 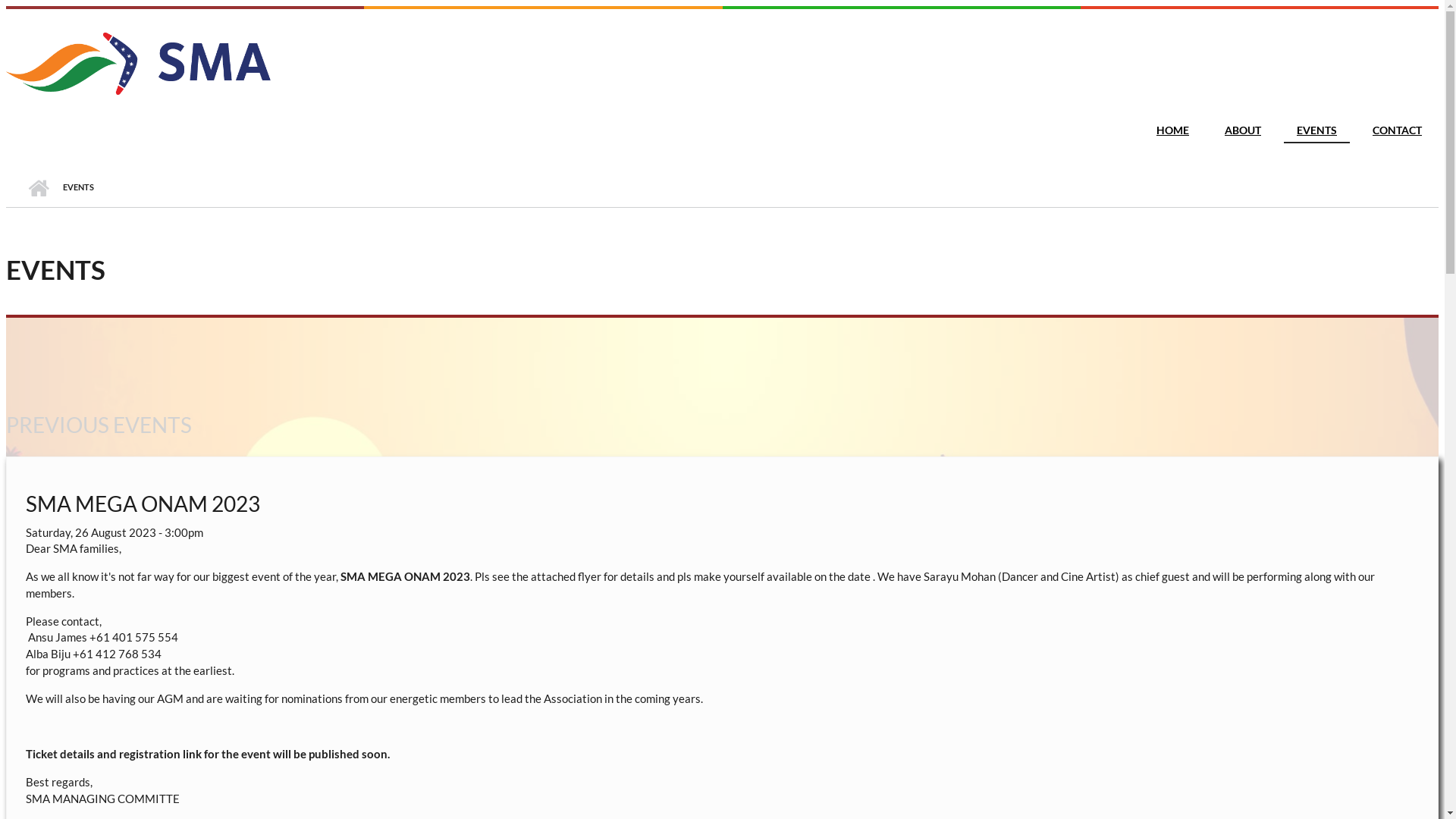 What do you see at coordinates (1143, 130) in the screenshot?
I see `'HOME'` at bounding box center [1143, 130].